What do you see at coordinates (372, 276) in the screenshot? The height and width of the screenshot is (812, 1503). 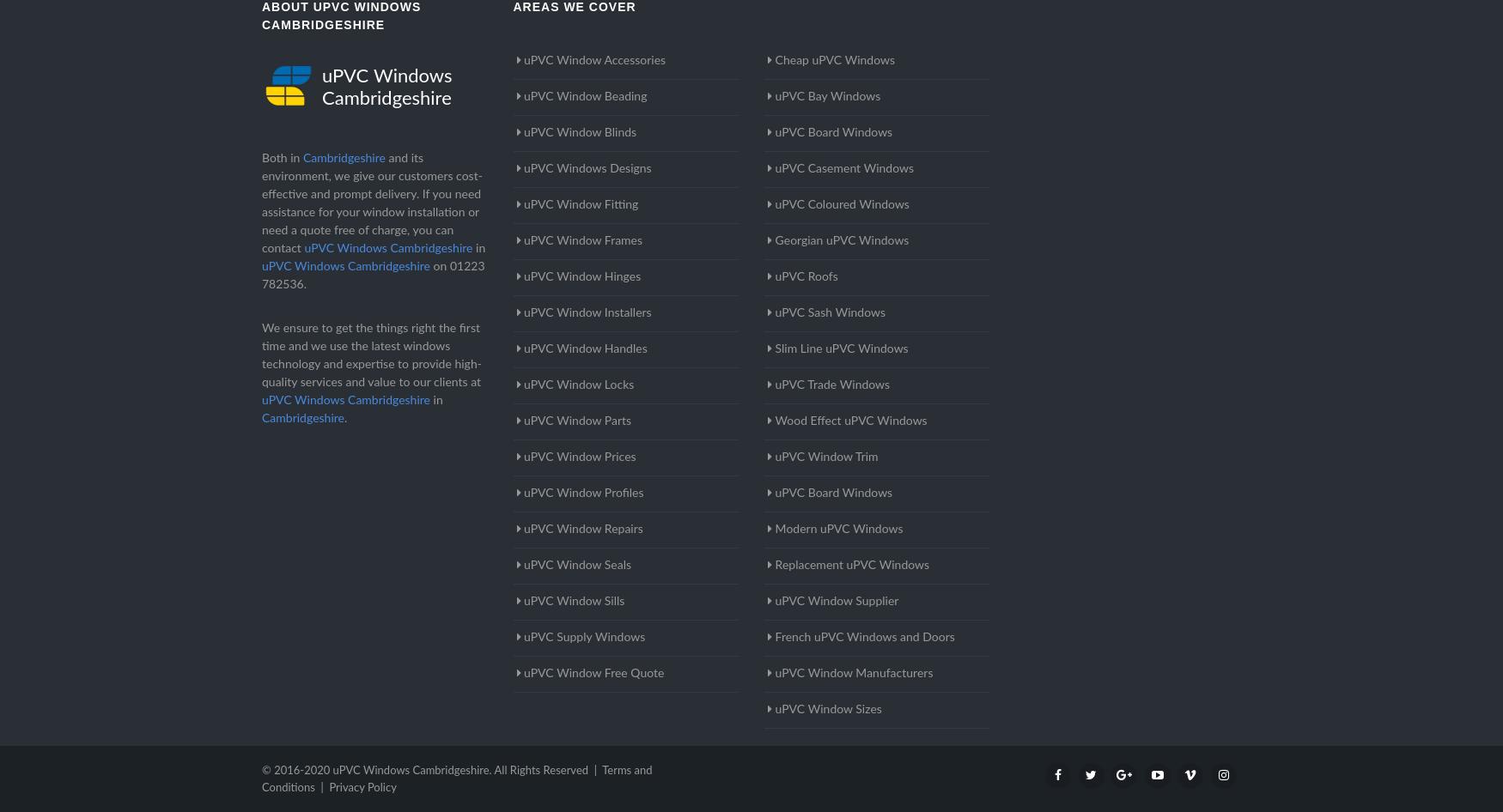 I see `'01223 782536'` at bounding box center [372, 276].